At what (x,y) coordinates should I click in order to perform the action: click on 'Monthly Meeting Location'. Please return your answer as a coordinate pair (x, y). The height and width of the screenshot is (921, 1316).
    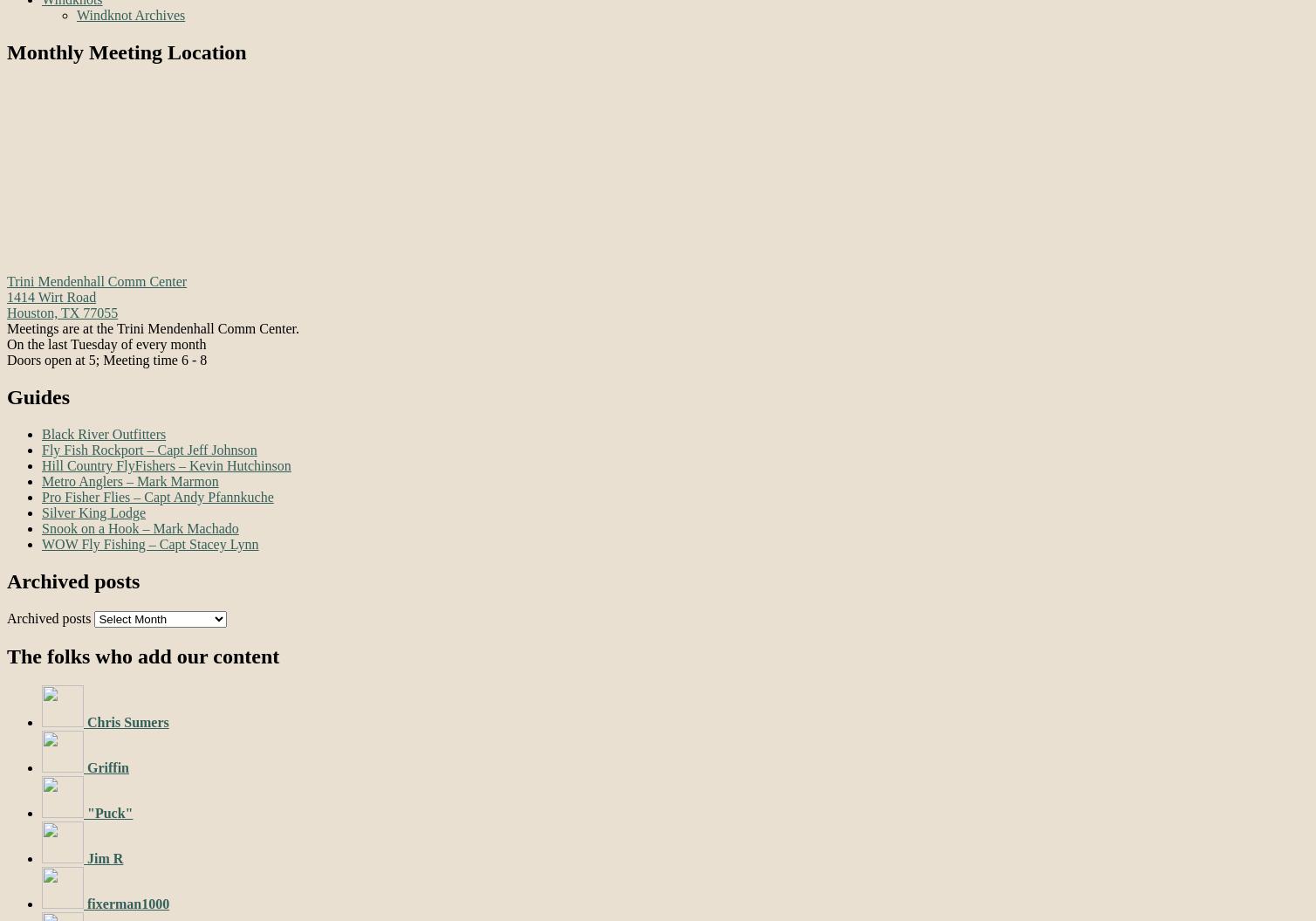
    Looking at the image, I should click on (127, 52).